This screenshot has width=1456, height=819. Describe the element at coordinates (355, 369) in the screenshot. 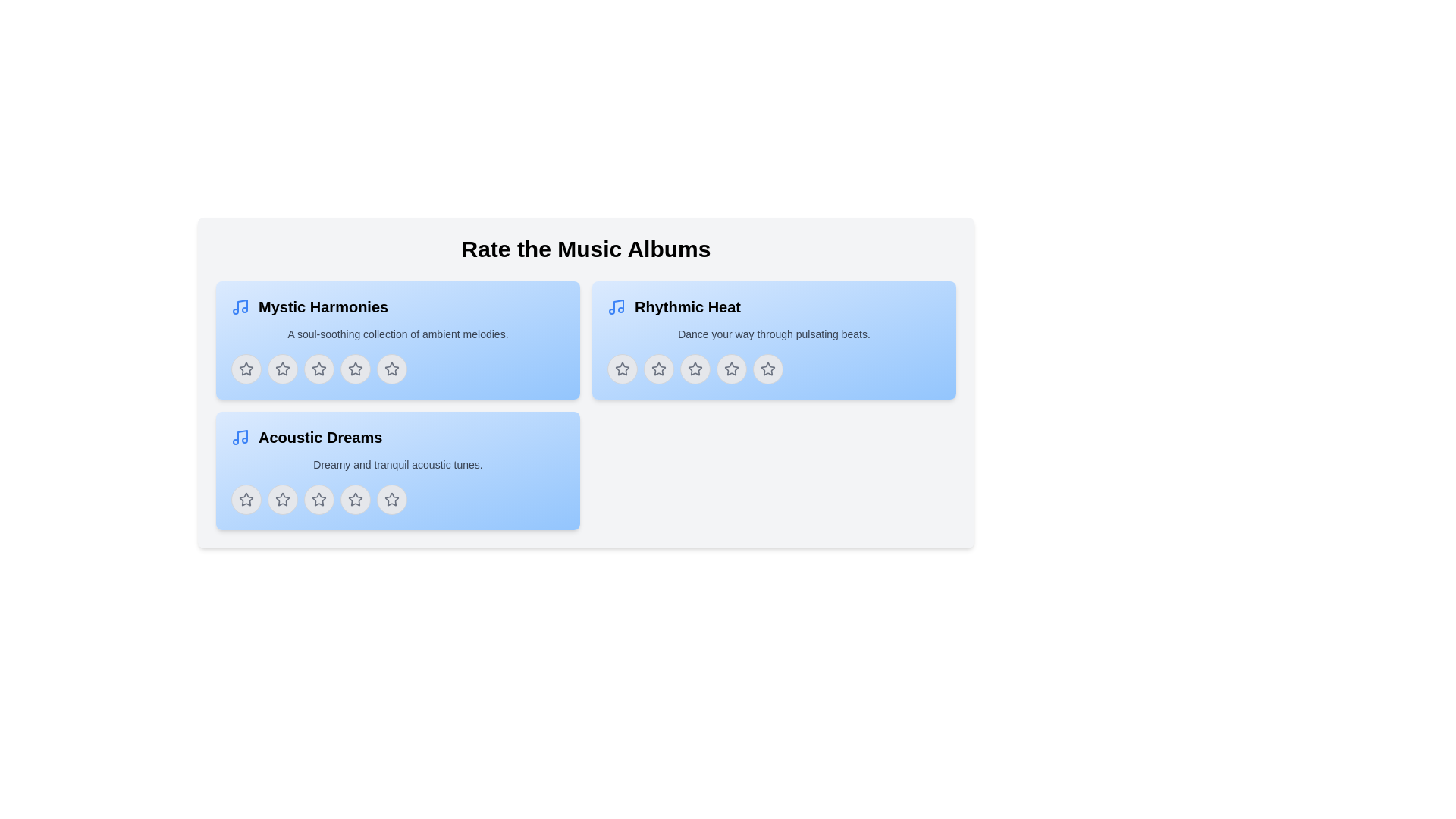

I see `the fourth star icon in the rating row for the 'Mystic Harmonies' album` at that location.